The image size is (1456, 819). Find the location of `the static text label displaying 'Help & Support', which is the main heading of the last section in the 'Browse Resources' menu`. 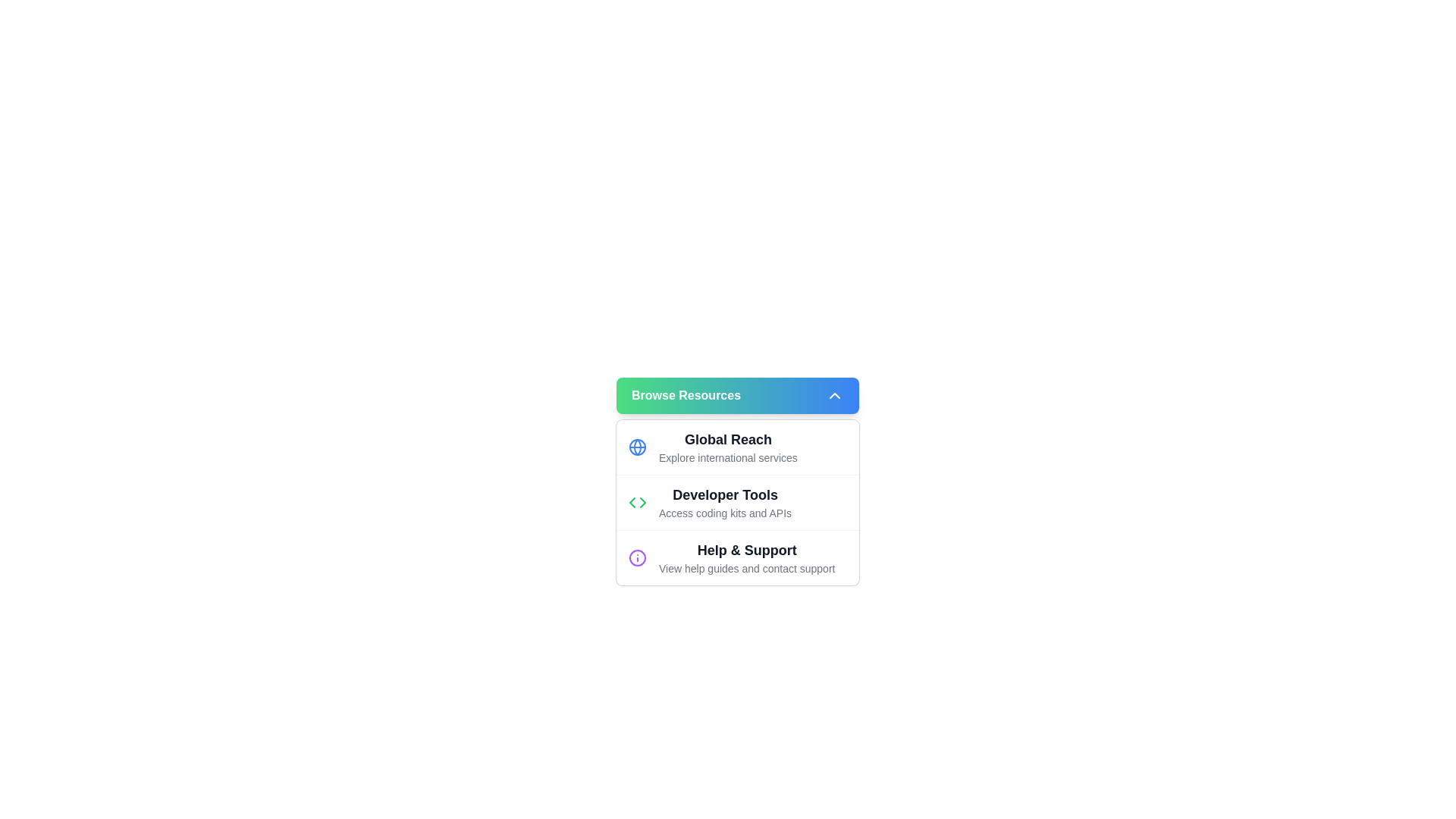

the static text label displaying 'Help & Support', which is the main heading of the last section in the 'Browse Resources' menu is located at coordinates (747, 550).